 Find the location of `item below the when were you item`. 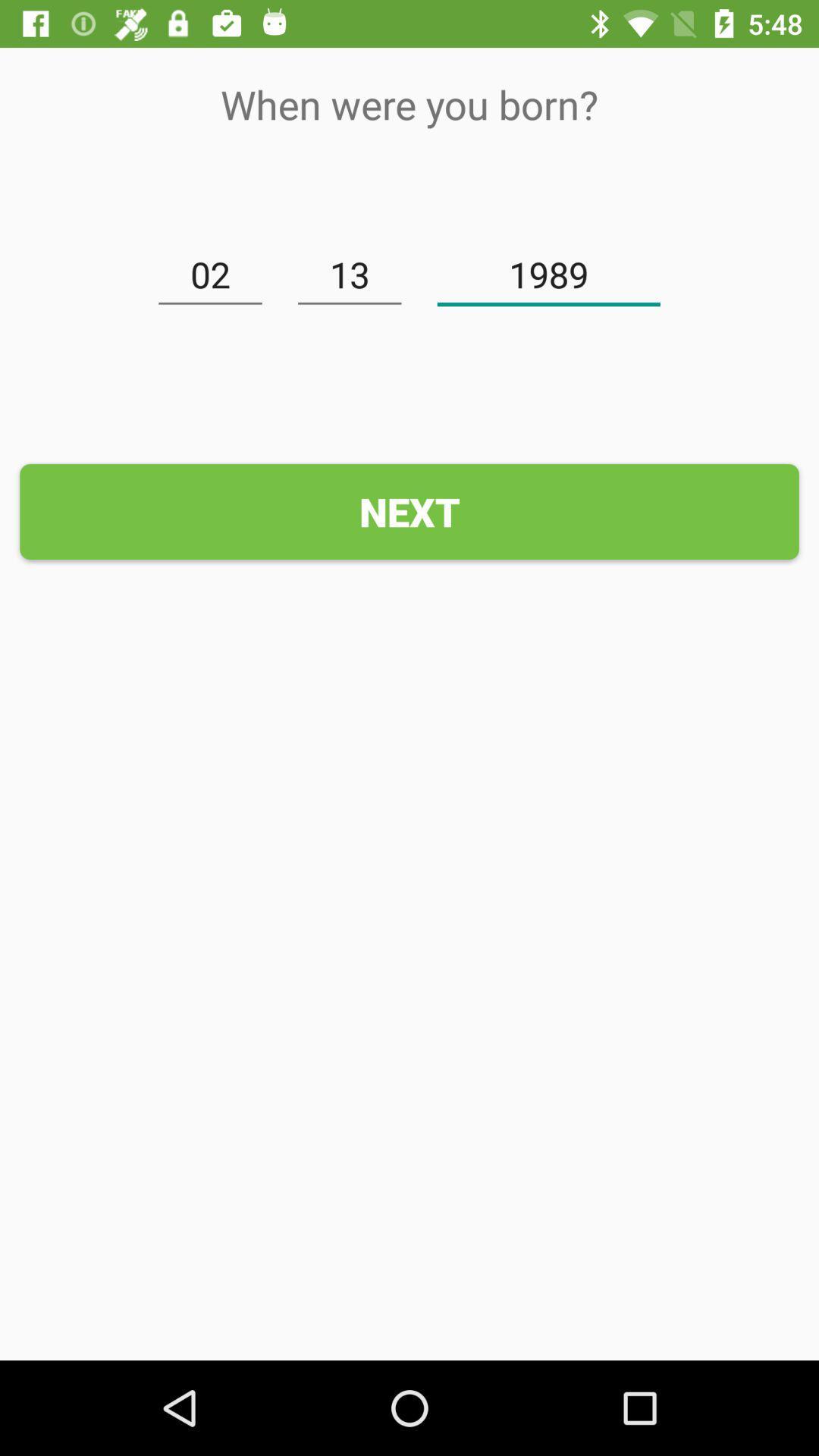

item below the when were you item is located at coordinates (350, 275).